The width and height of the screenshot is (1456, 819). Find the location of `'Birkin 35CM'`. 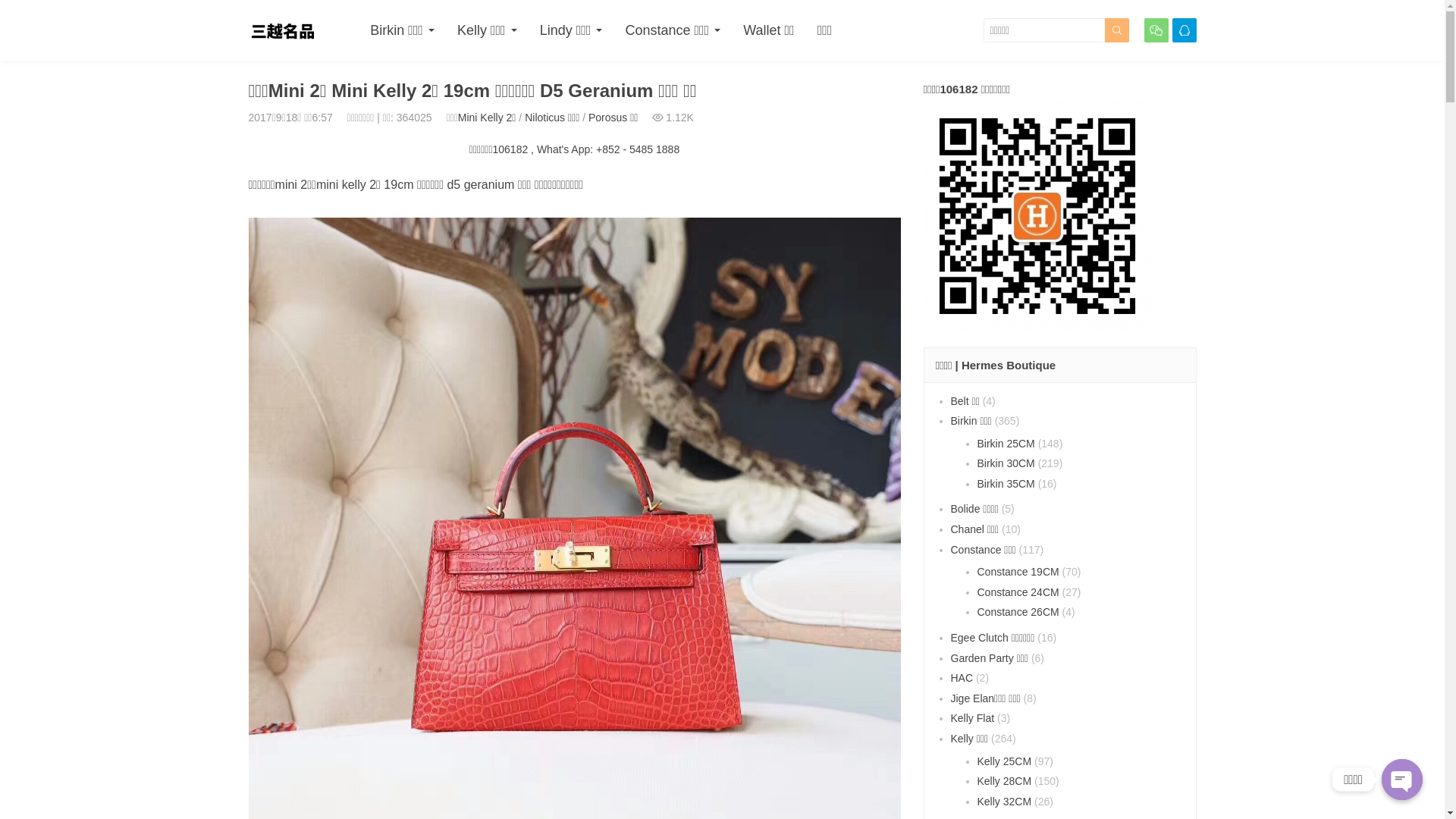

'Birkin 35CM' is located at coordinates (1005, 483).